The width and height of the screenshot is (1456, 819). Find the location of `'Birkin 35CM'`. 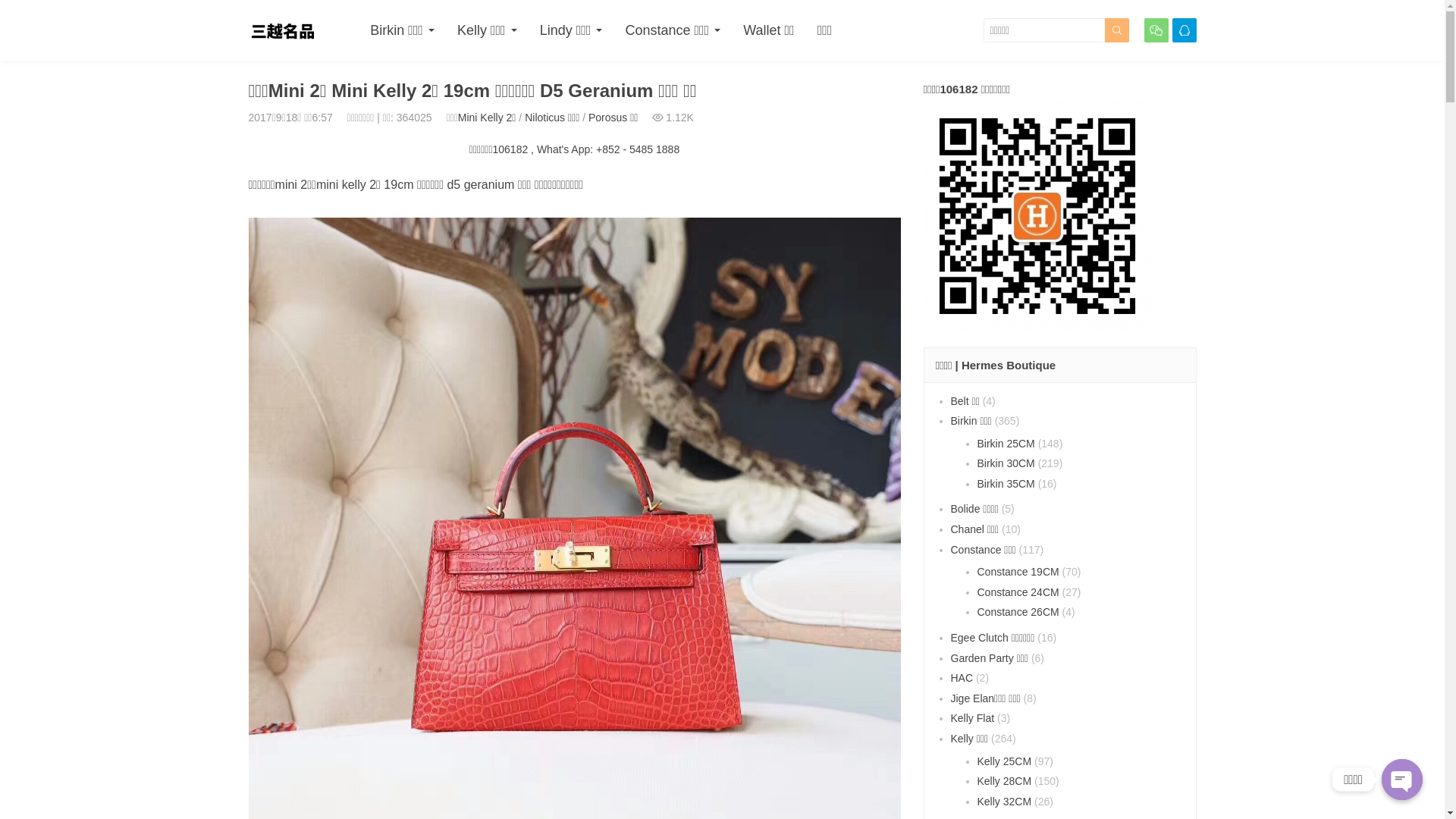

'Birkin 35CM' is located at coordinates (1005, 483).